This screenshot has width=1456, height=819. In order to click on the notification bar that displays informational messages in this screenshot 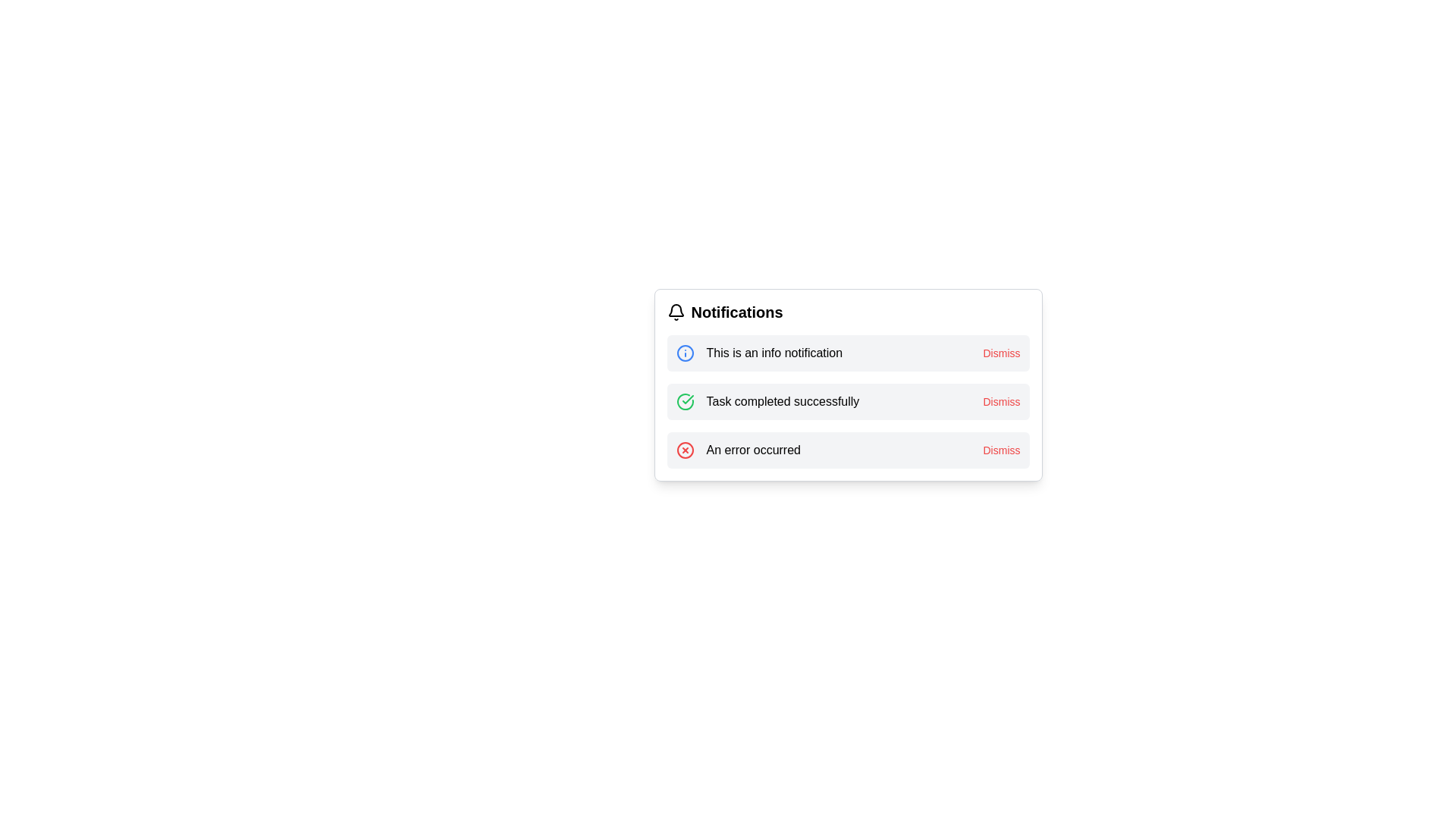, I will do `click(847, 353)`.